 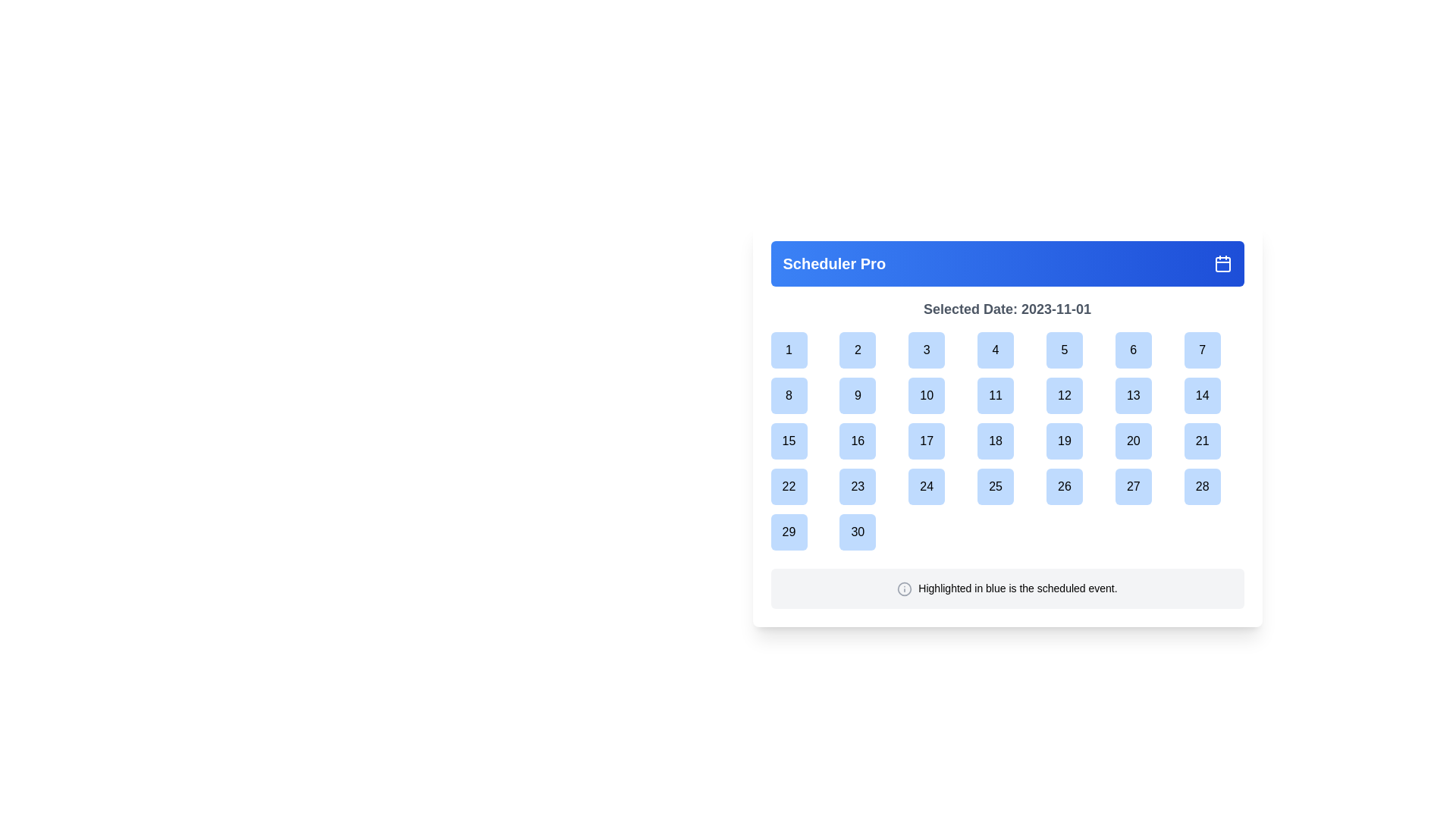 I want to click on the square button with a light blue background and the number '23' in black text, so click(x=858, y=486).